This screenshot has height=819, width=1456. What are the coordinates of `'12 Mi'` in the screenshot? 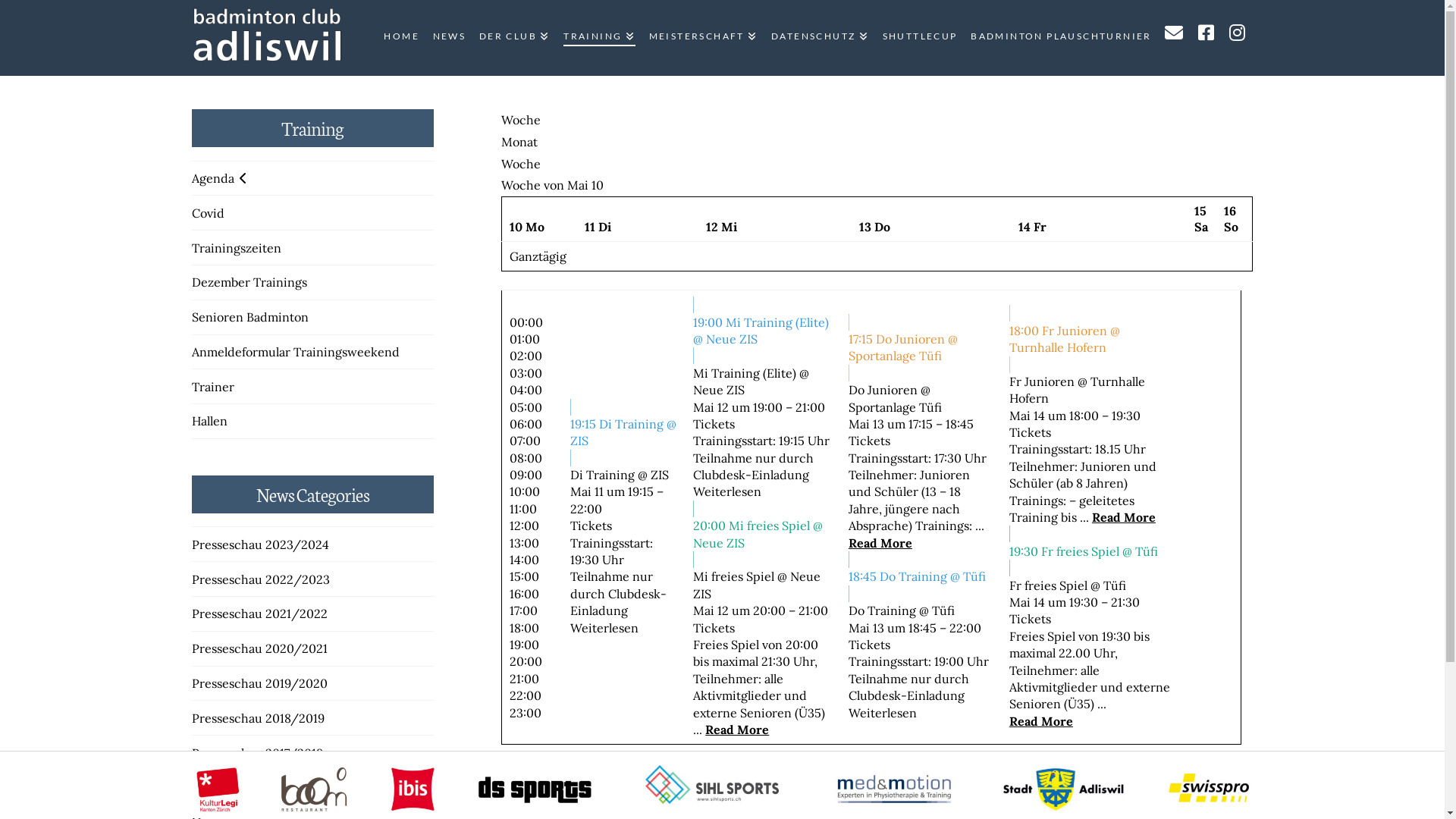 It's located at (720, 227).